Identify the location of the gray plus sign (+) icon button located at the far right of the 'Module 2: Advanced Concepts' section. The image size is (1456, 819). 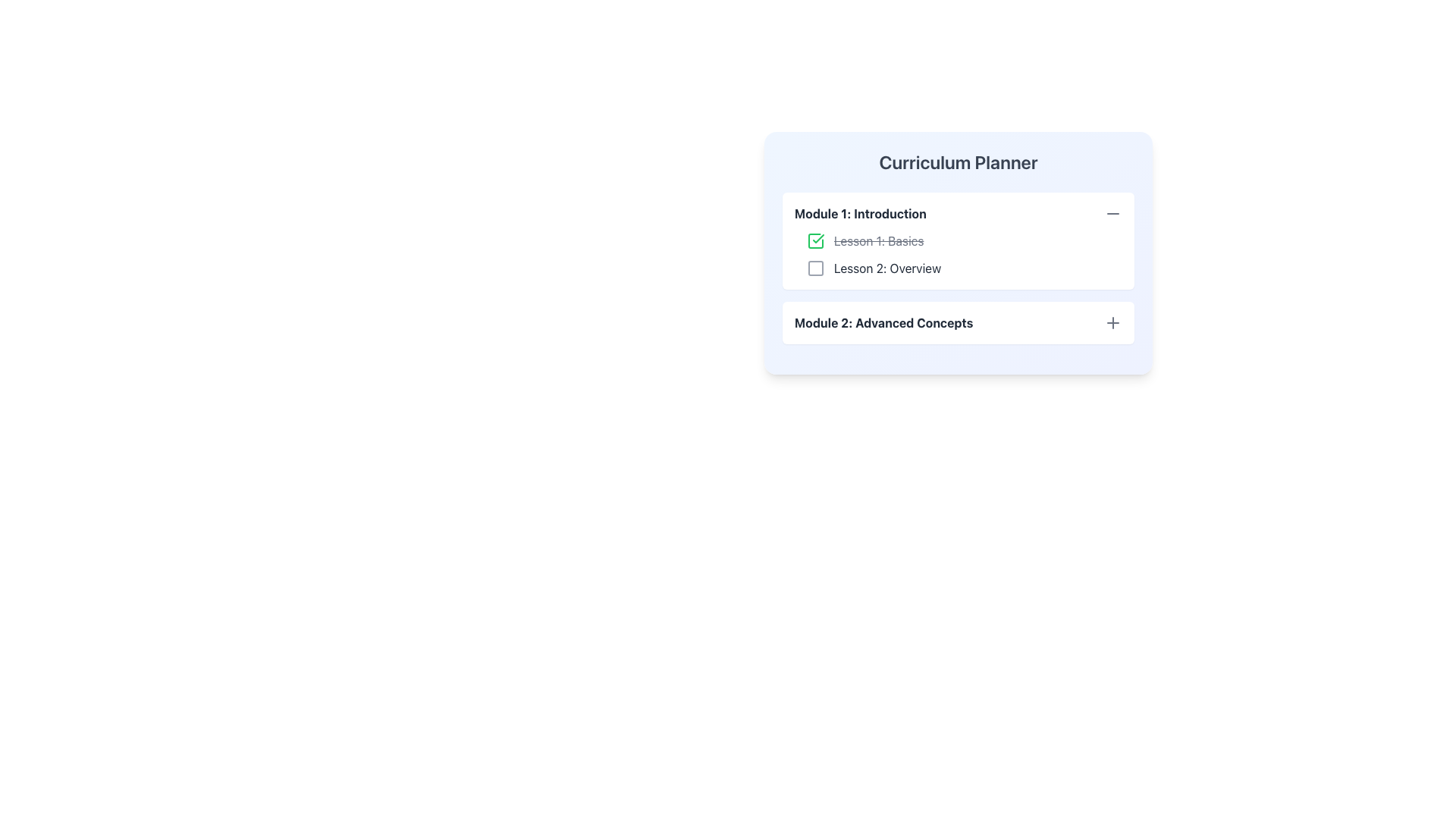
(1113, 322).